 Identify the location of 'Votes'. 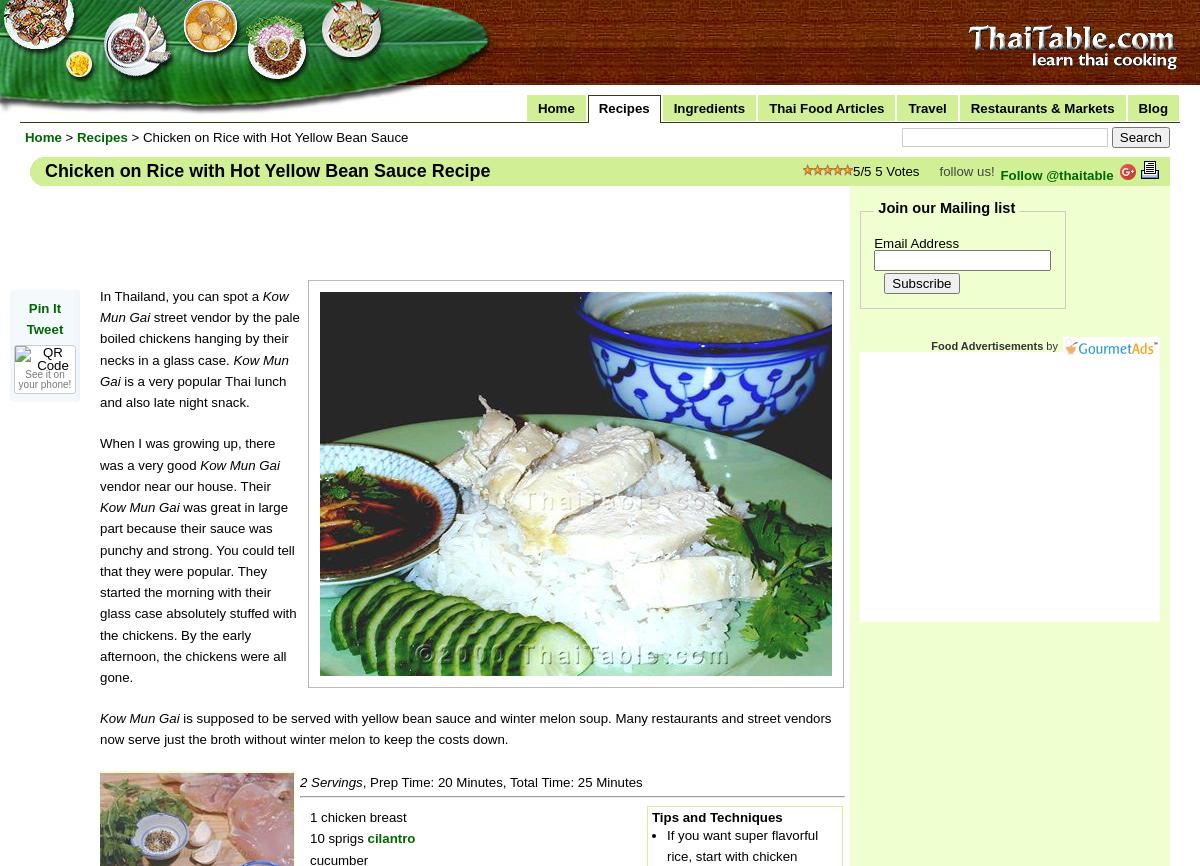
(881, 171).